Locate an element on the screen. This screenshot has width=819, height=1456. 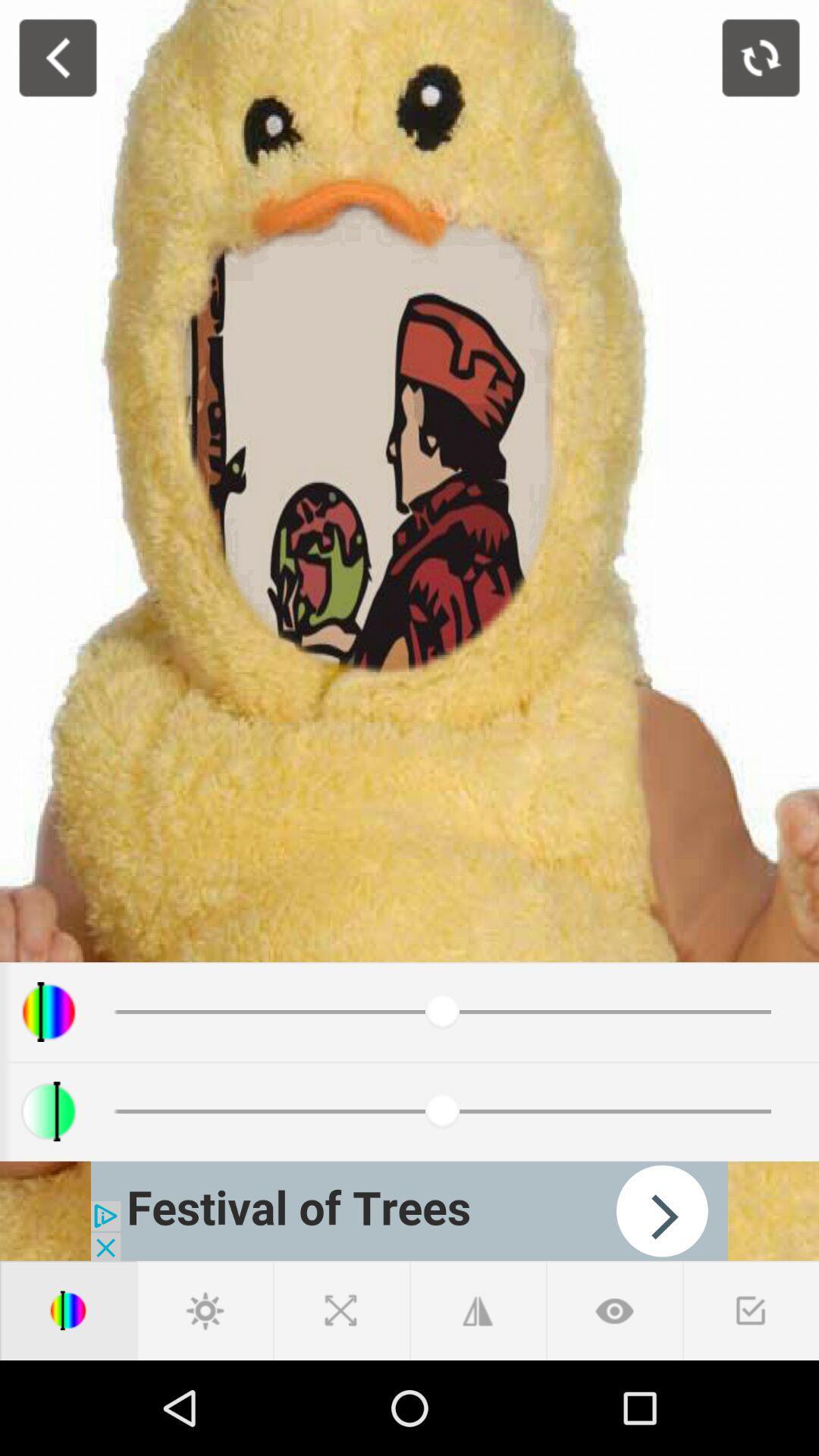
the visibility icon is located at coordinates (614, 1310).